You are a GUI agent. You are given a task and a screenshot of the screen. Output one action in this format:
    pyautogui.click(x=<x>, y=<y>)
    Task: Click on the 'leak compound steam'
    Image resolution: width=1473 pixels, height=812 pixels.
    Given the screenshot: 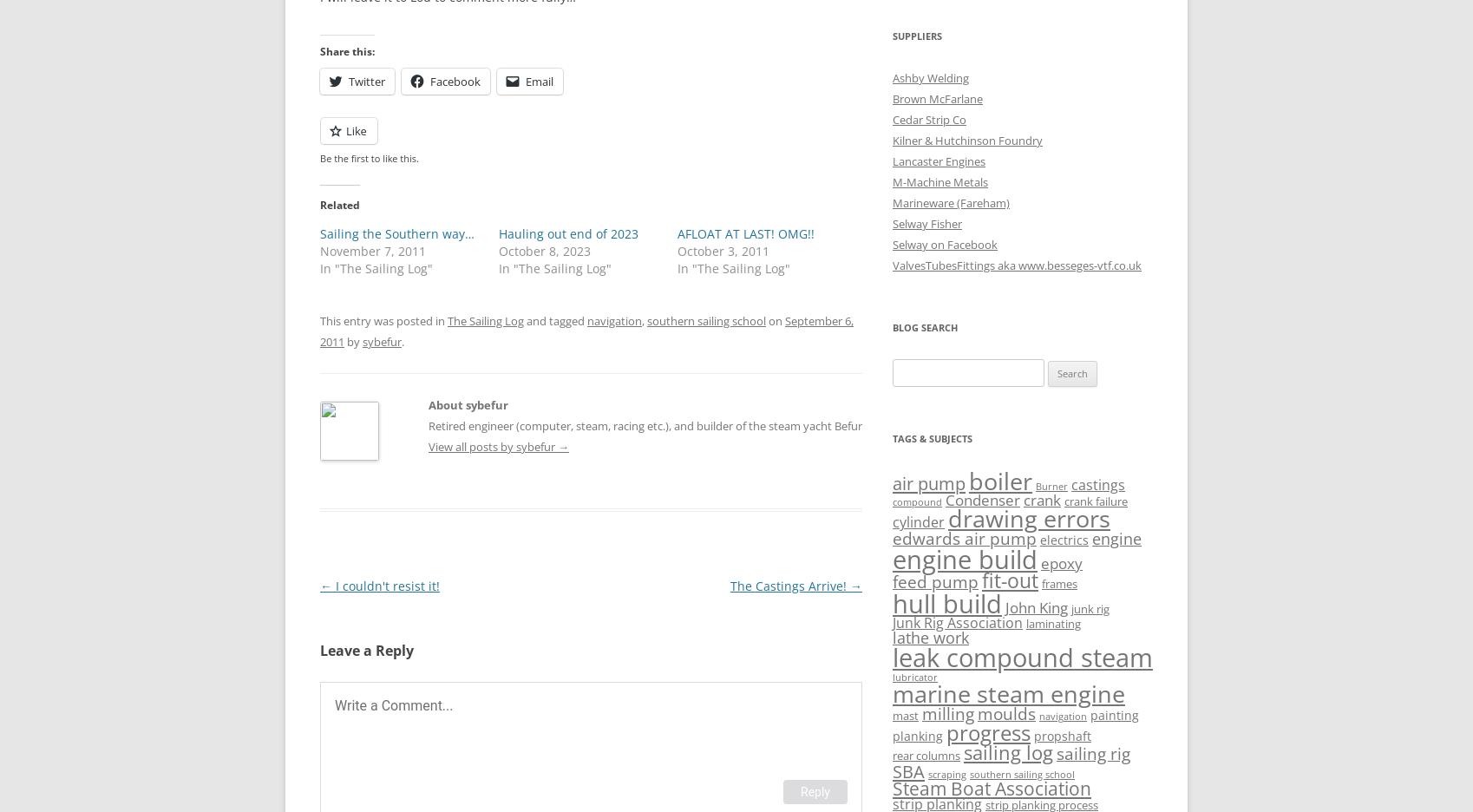 What is the action you would take?
    pyautogui.click(x=1021, y=657)
    